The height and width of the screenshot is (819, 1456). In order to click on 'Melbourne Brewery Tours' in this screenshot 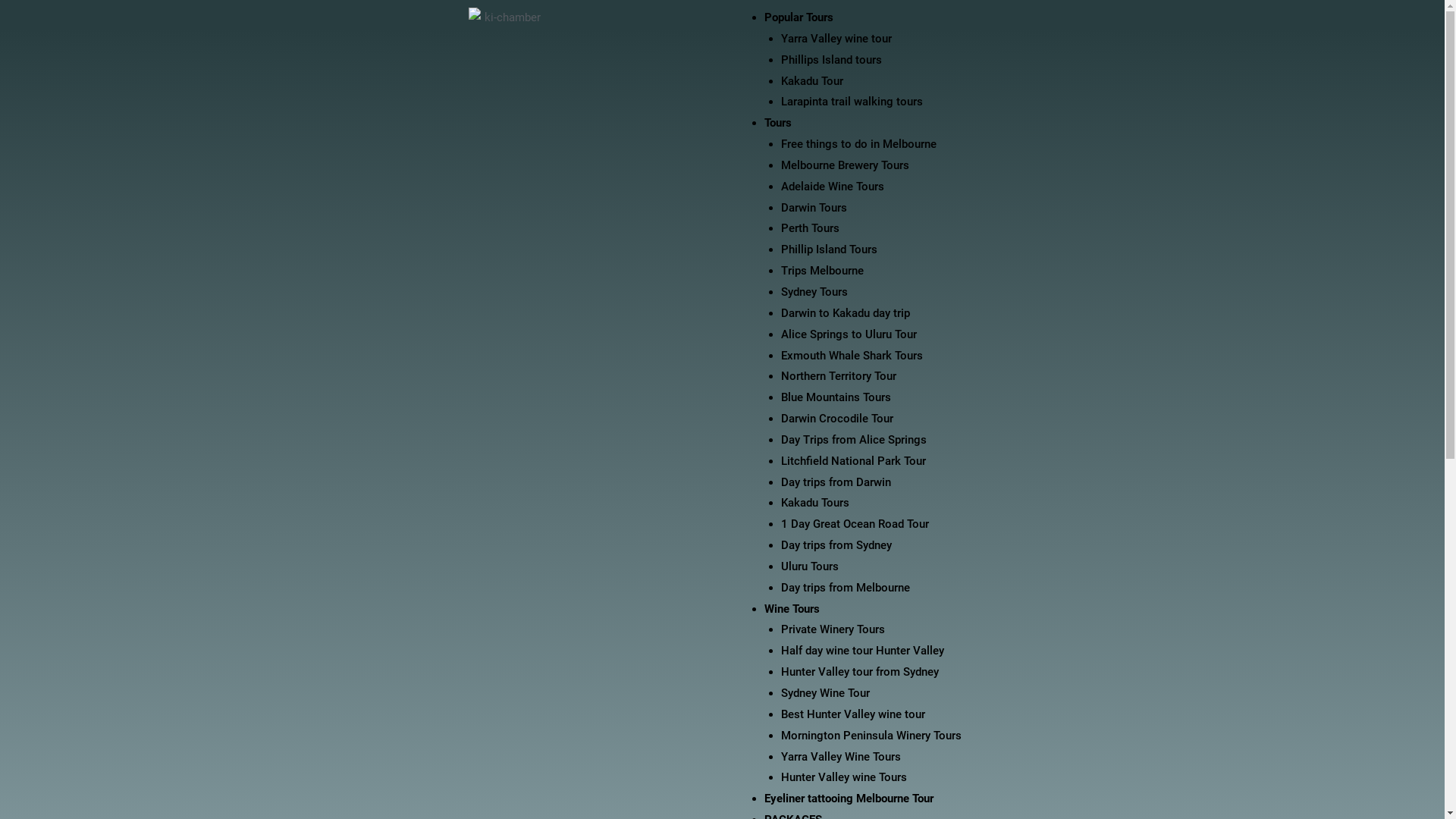, I will do `click(844, 165)`.